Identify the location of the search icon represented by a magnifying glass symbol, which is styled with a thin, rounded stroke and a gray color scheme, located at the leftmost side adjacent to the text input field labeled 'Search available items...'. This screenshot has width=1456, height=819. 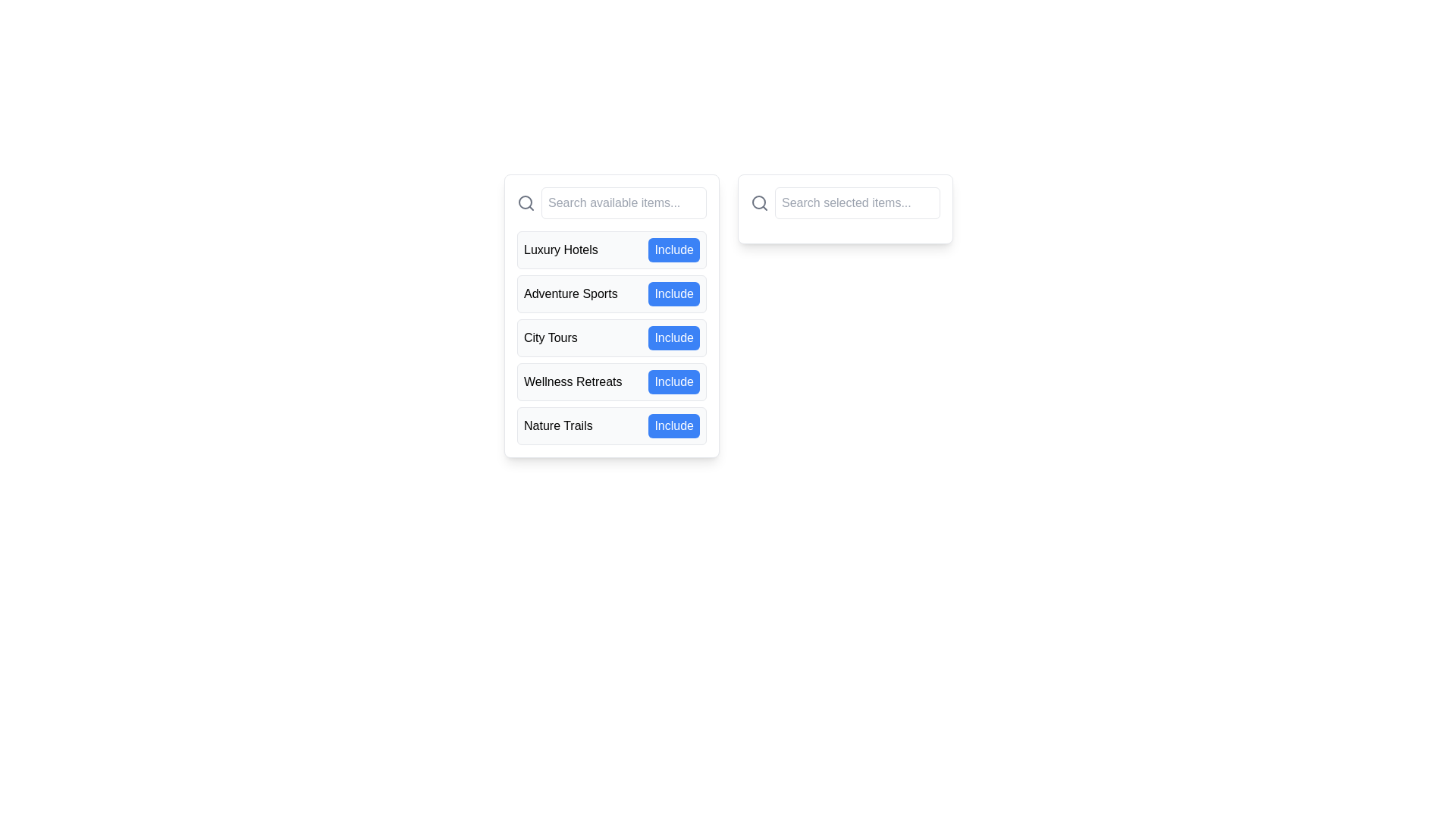
(526, 202).